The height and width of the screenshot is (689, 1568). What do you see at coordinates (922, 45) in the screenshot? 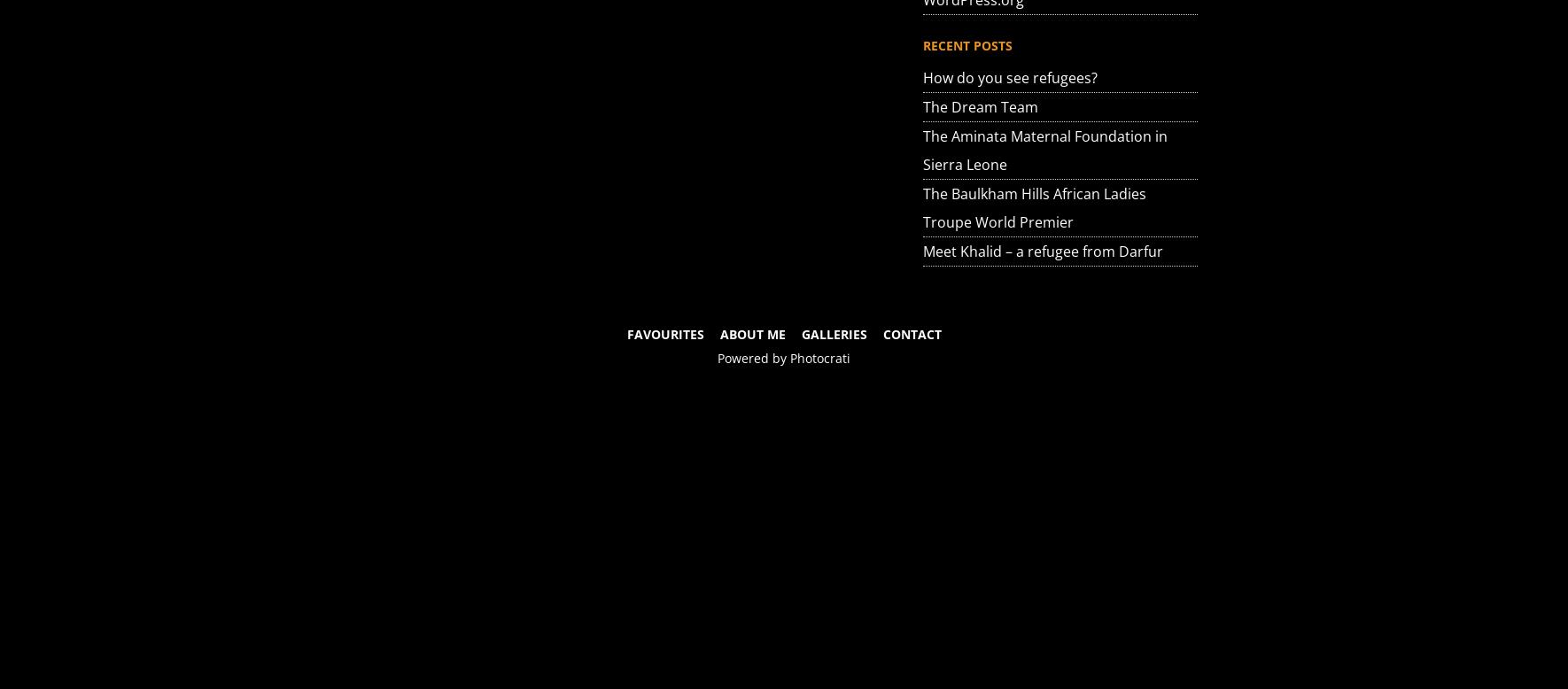
I see `'Recent Posts'` at bounding box center [922, 45].